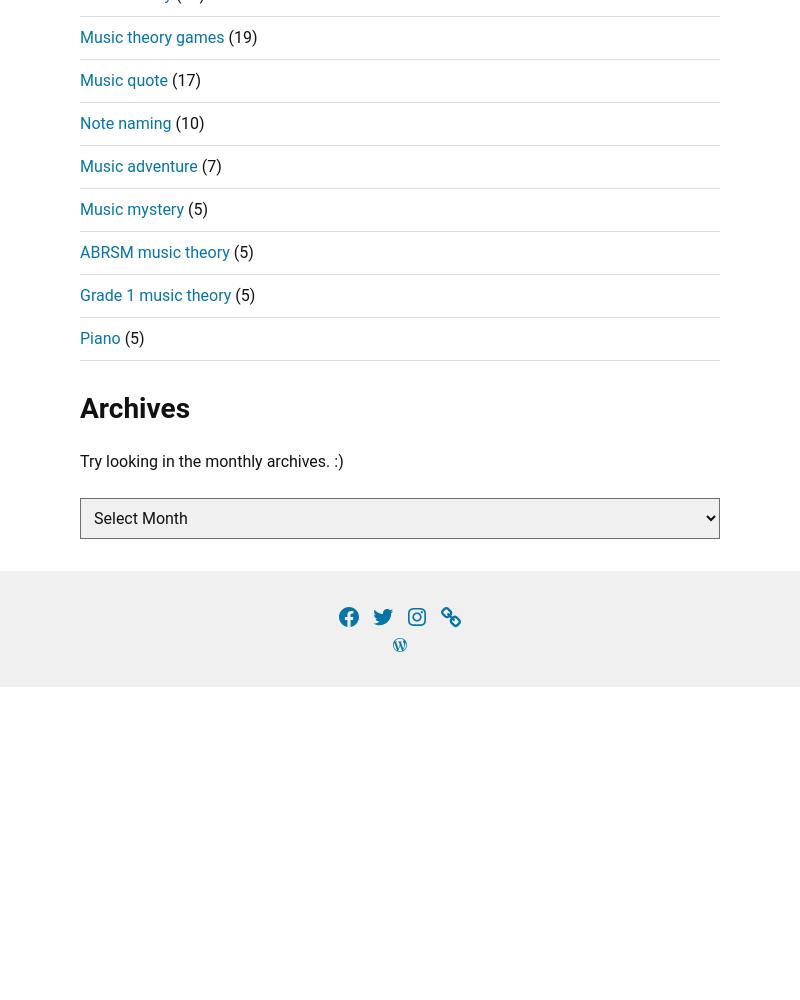  I want to click on 'Piano', so click(100, 336).